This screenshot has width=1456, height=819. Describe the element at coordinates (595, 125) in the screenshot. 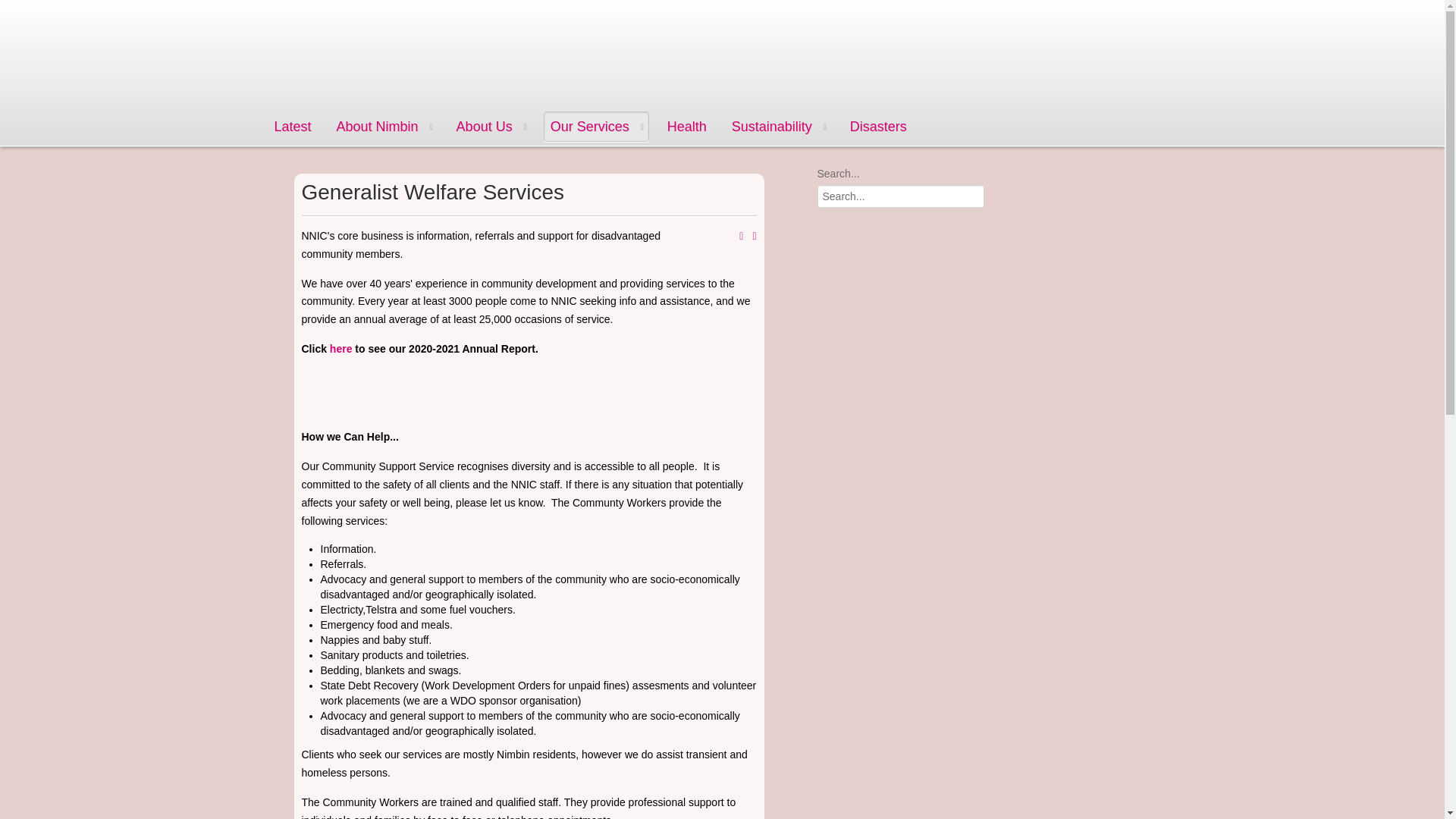

I see `'Our Services'` at that location.